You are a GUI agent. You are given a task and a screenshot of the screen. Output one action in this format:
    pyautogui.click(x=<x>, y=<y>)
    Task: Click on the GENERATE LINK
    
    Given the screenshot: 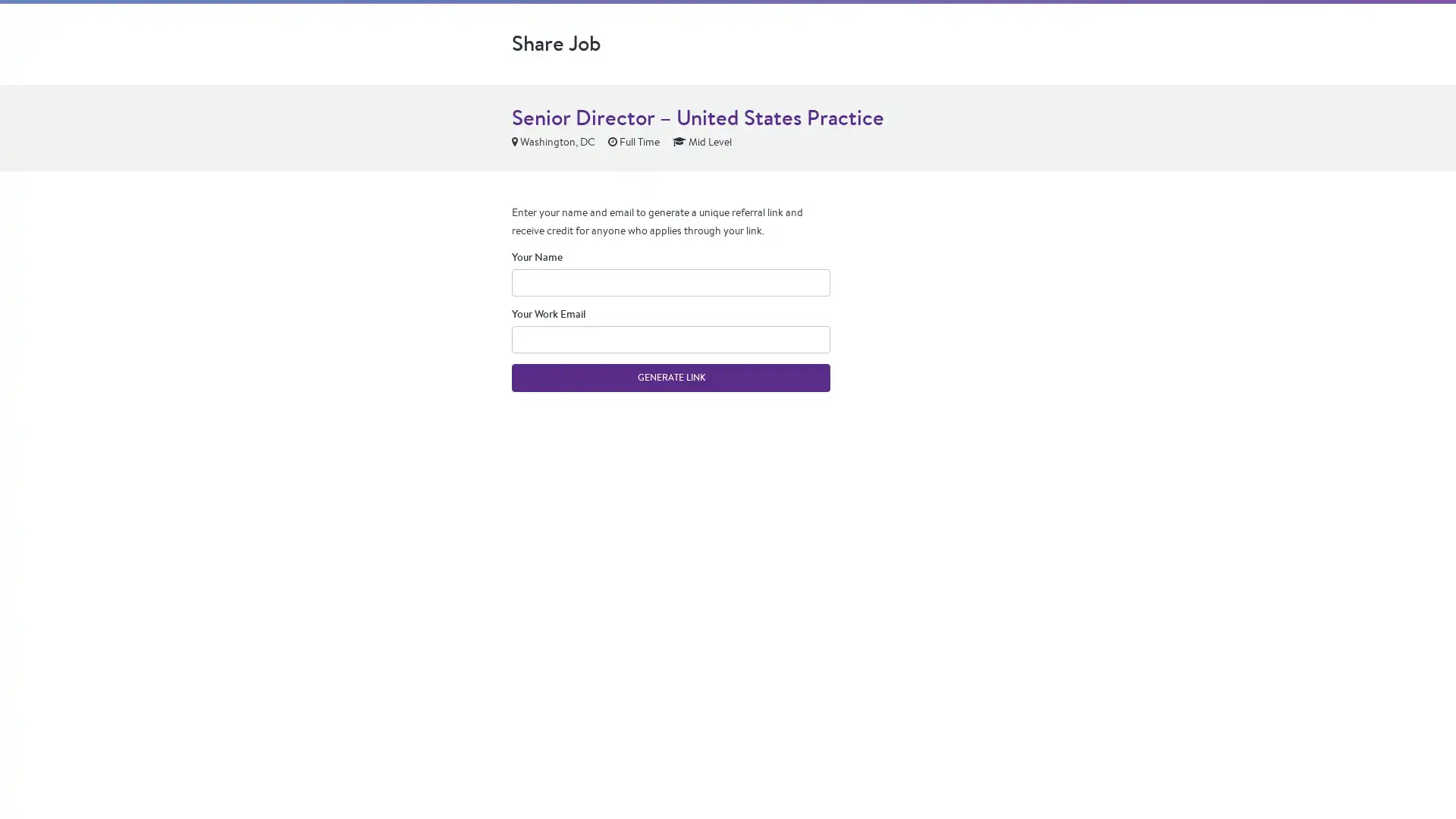 What is the action you would take?
    pyautogui.click(x=670, y=376)
    